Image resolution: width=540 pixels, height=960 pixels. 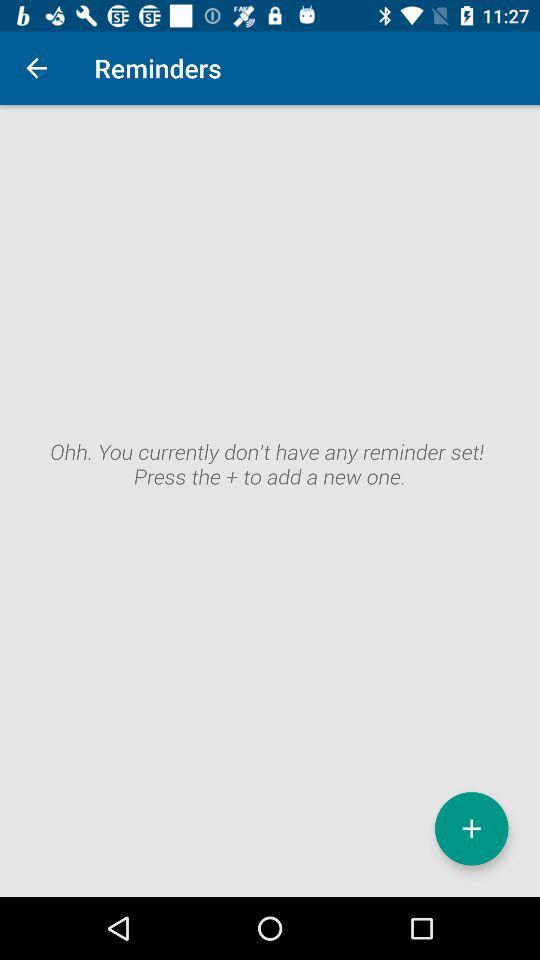 What do you see at coordinates (270, 500) in the screenshot?
I see `reminder section` at bounding box center [270, 500].